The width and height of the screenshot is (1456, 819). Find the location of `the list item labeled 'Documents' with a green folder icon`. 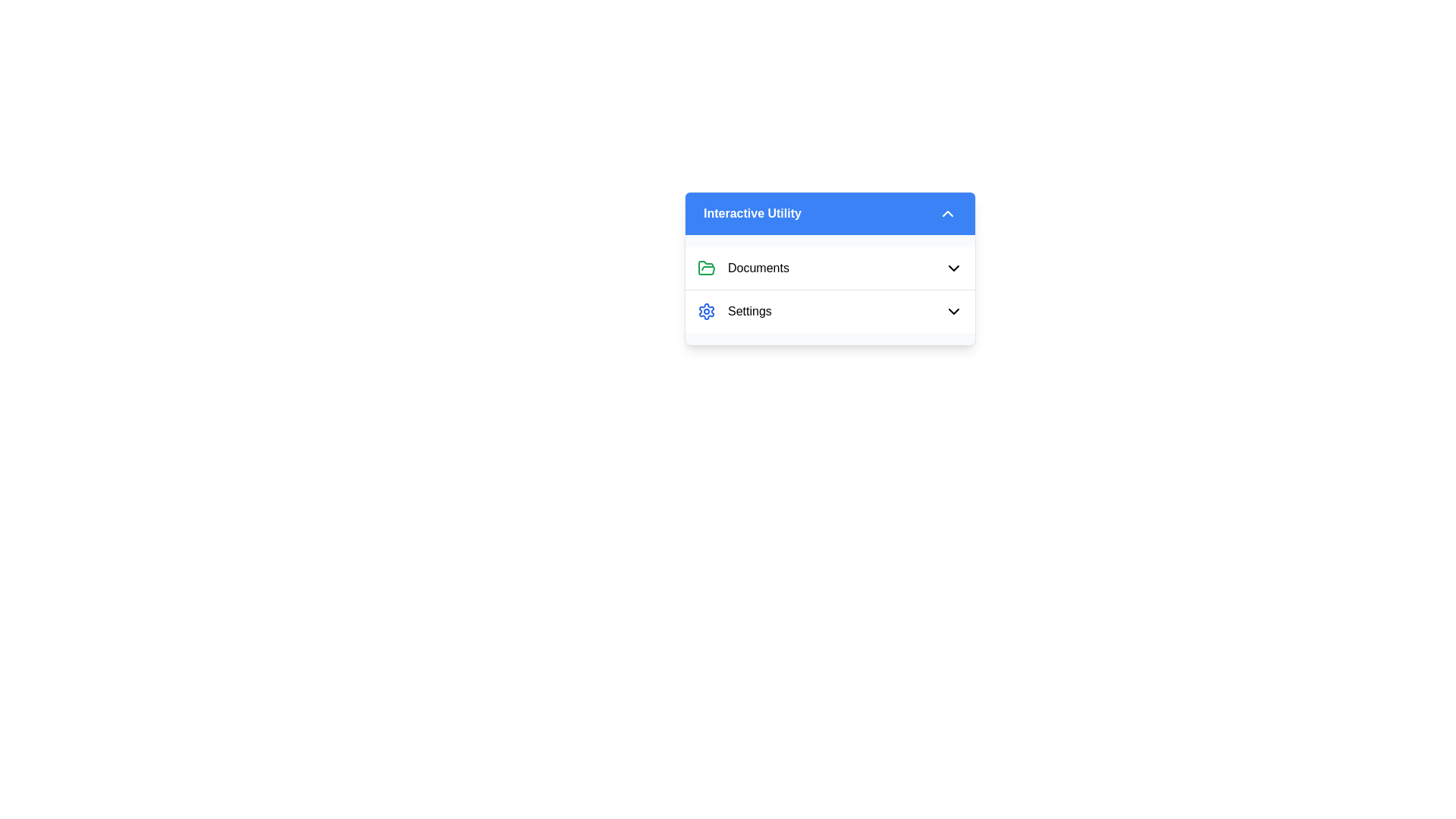

the list item labeled 'Documents' with a green folder icon is located at coordinates (743, 268).